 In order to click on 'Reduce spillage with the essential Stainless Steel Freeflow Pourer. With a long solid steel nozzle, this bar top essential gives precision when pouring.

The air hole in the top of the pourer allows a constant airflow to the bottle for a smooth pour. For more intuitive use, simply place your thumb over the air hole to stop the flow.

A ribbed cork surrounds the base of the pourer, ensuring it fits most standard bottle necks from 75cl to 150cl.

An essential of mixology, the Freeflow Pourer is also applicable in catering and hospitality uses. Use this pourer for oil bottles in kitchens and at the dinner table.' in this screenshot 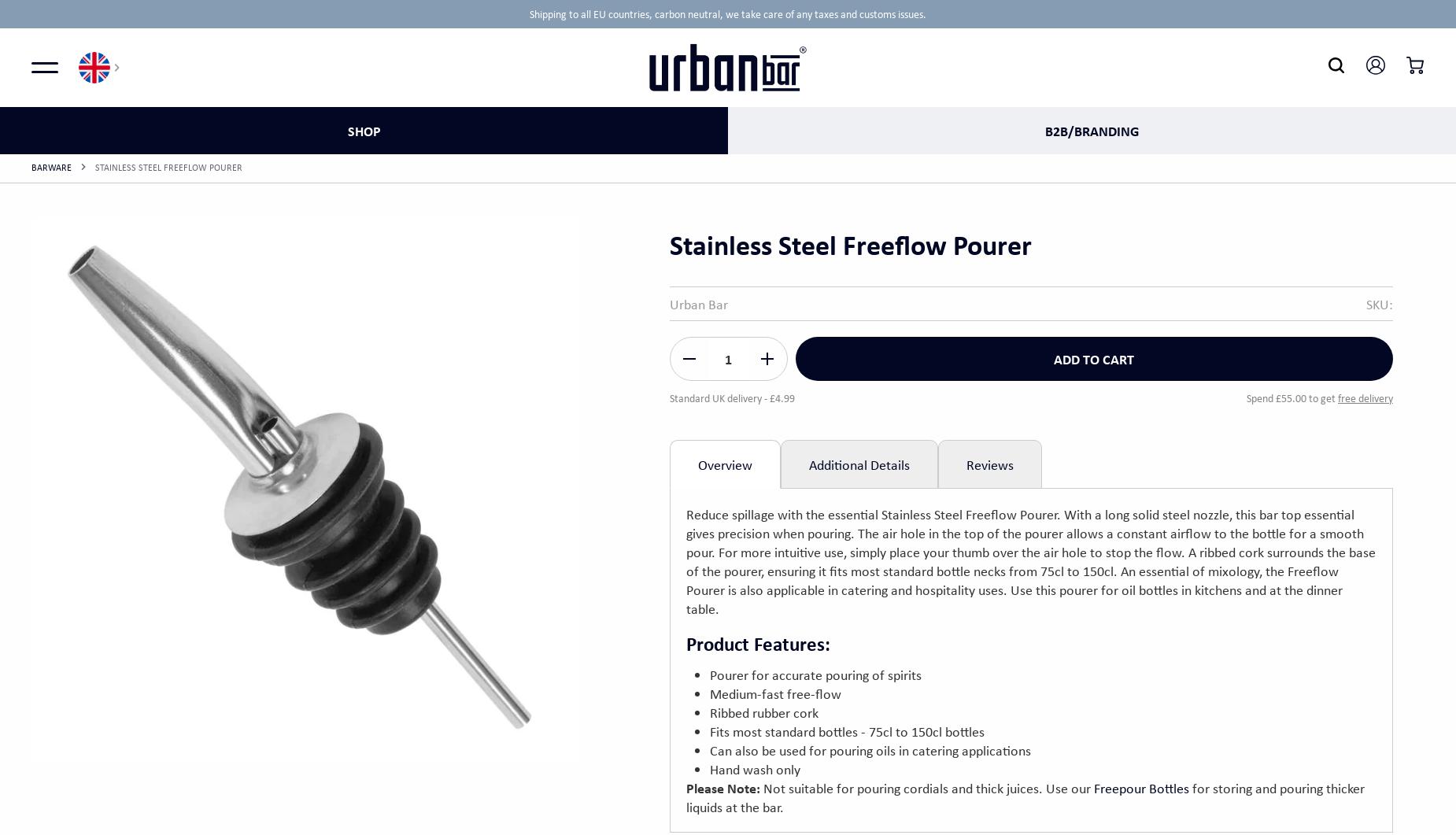, I will do `click(685, 560)`.